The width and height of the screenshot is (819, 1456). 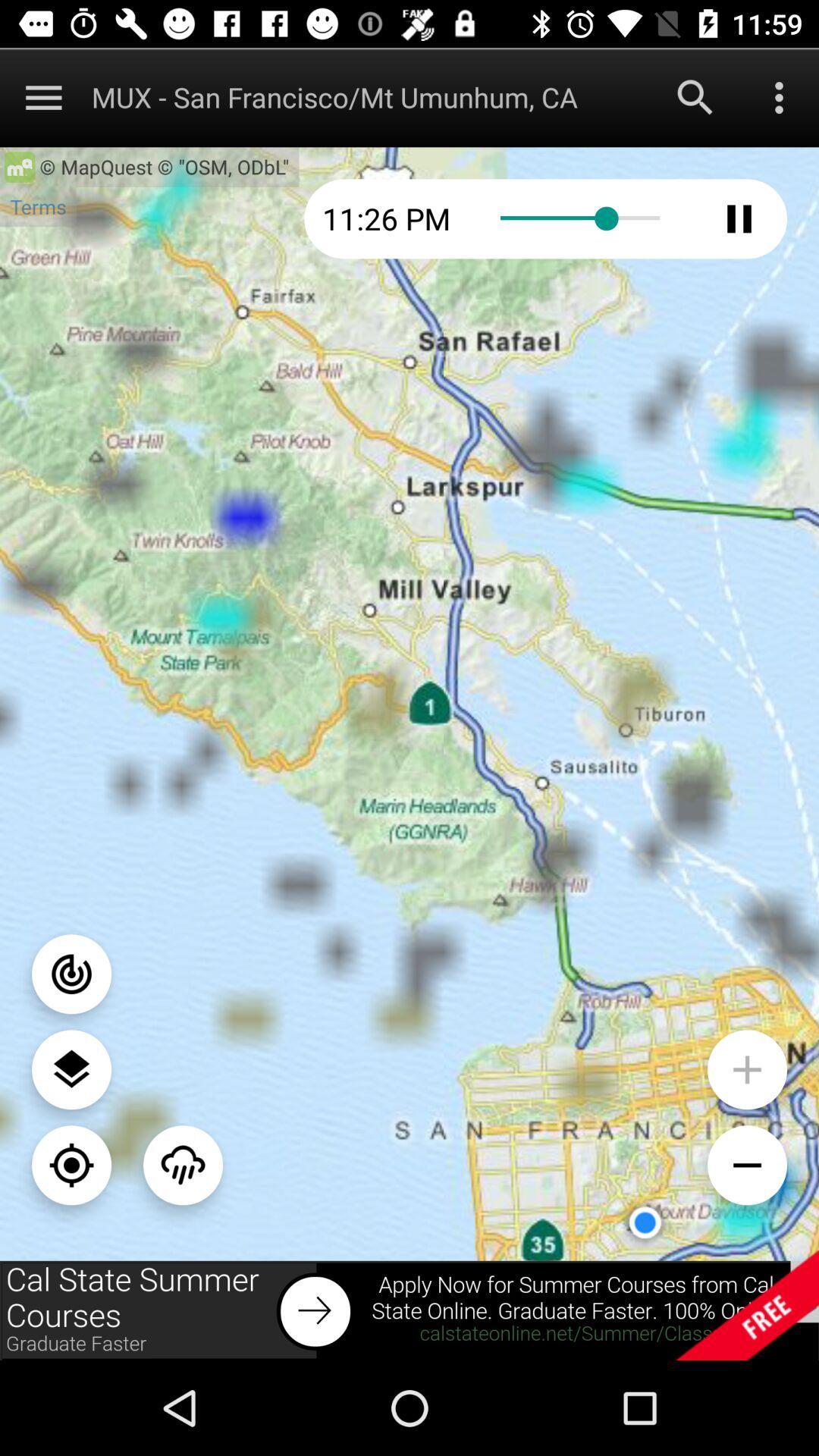 I want to click on the layers icon, so click(x=71, y=1068).